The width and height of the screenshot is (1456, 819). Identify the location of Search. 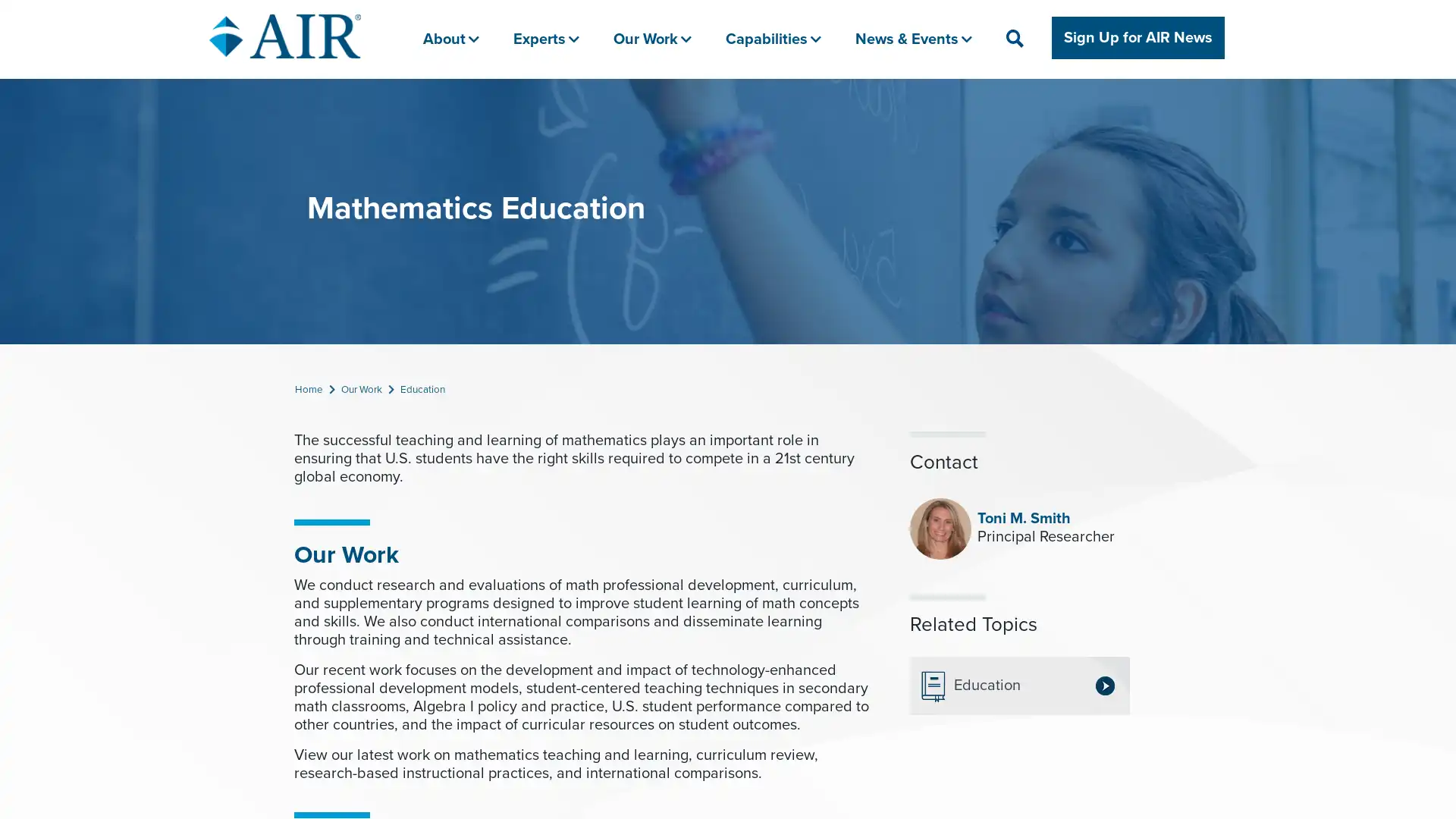
(1074, 104).